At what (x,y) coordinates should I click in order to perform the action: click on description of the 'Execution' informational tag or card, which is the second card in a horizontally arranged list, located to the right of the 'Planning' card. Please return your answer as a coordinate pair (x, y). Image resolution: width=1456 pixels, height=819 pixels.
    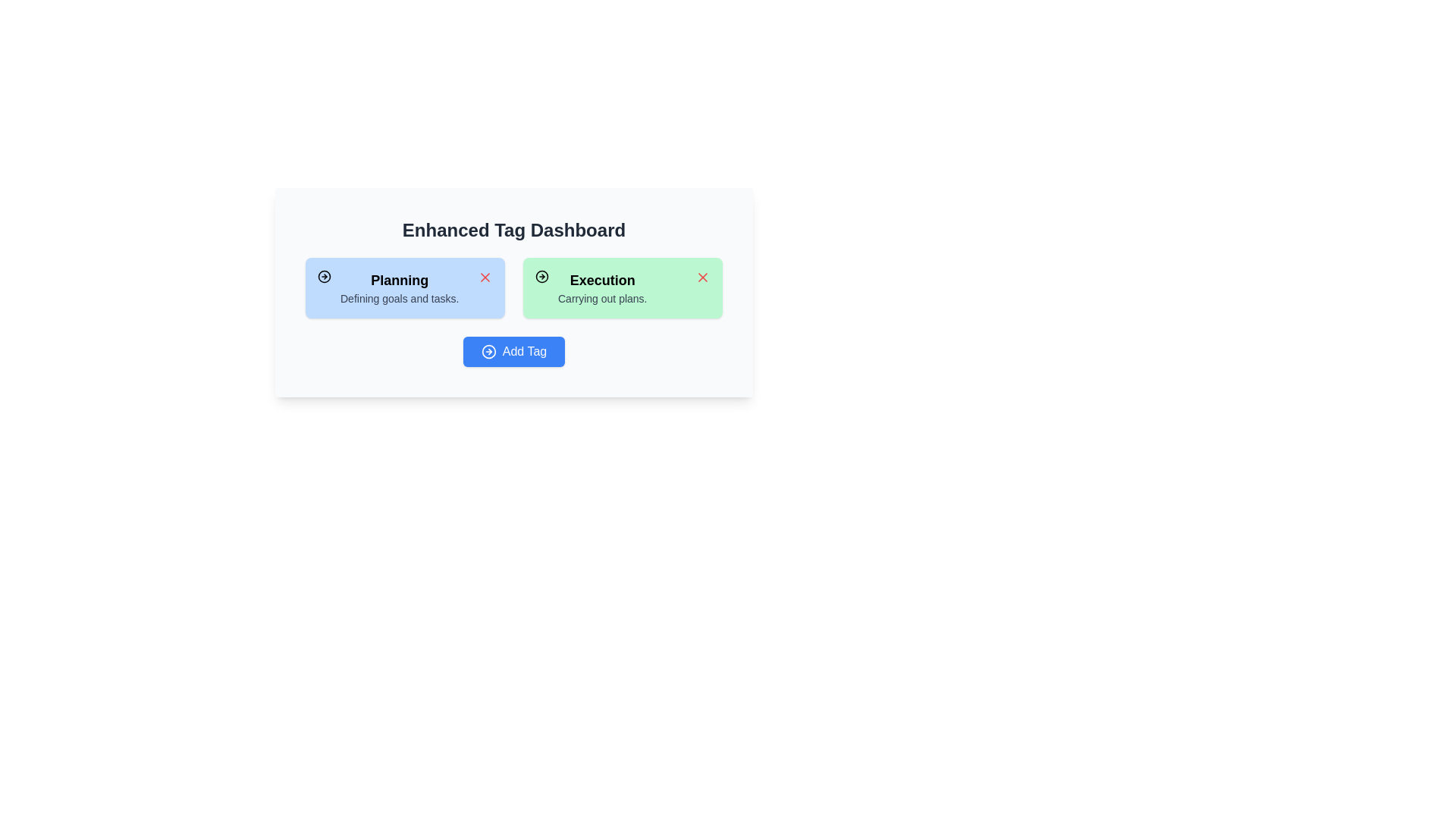
    Looking at the image, I should click on (590, 288).